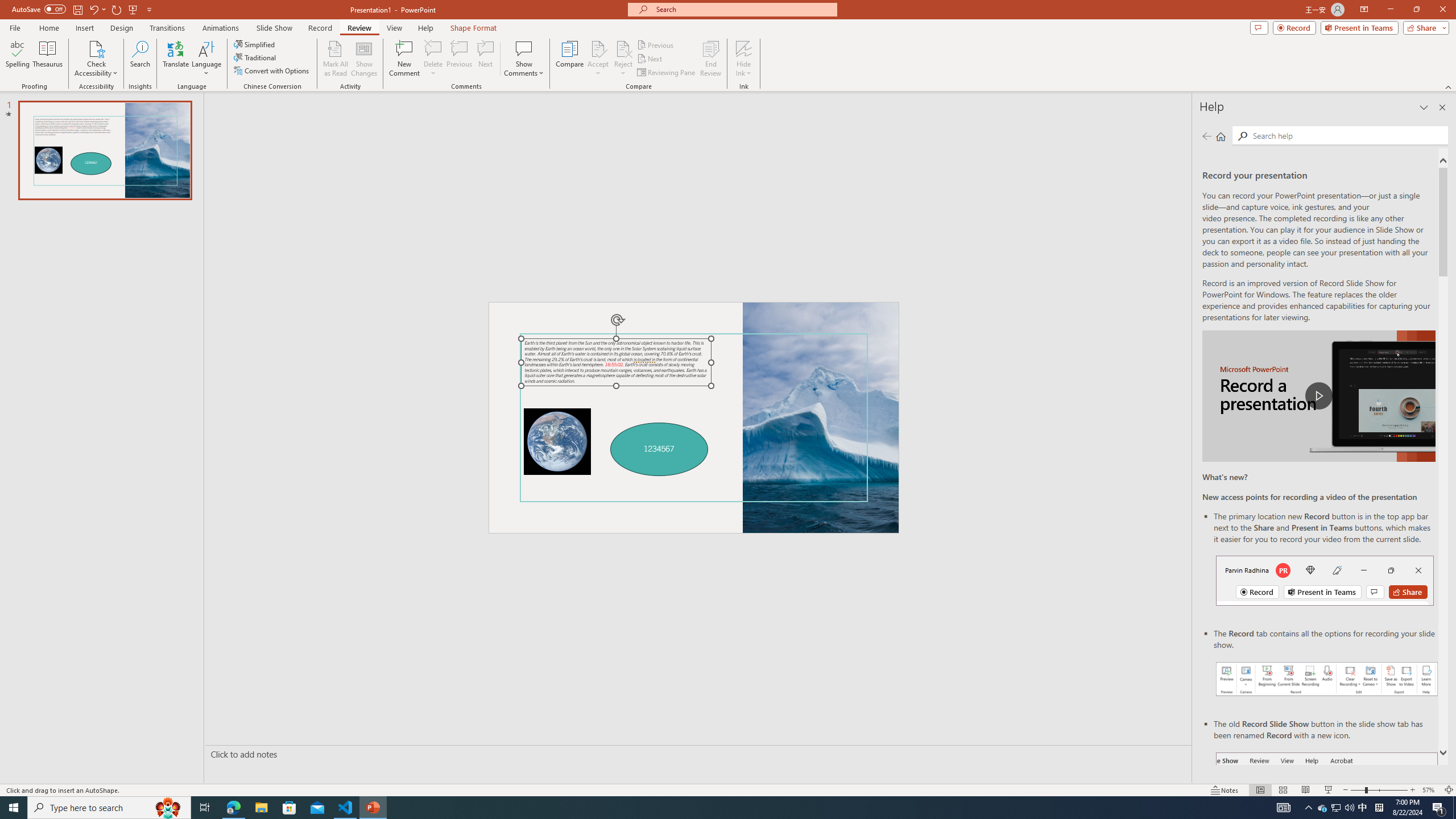  I want to click on 'Language', so click(206, 59).